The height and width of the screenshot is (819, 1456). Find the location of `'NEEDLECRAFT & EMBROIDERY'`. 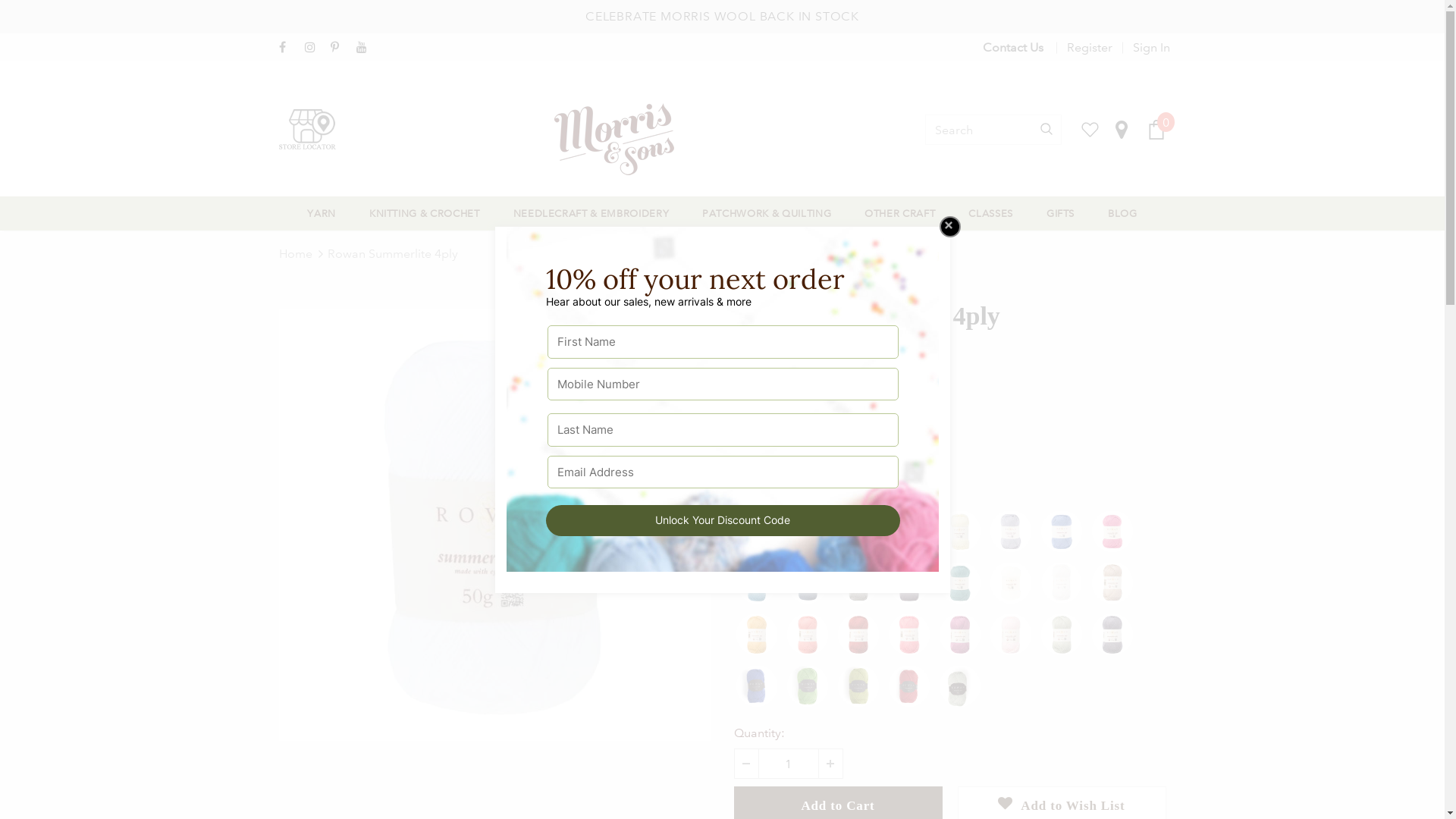

'NEEDLECRAFT & EMBROIDERY' is located at coordinates (590, 213).